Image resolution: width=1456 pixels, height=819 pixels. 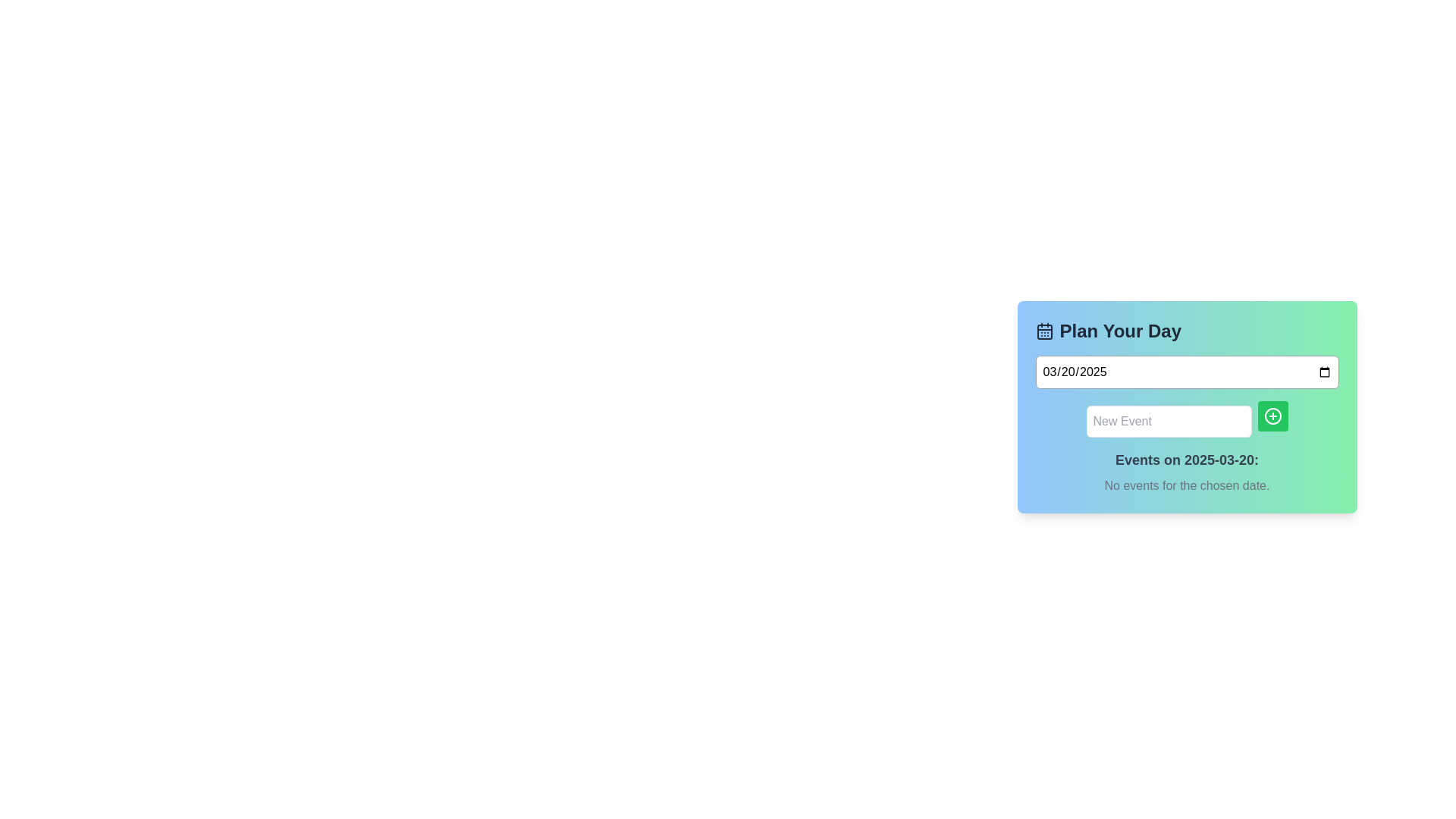 I want to click on the central rectangle of the calendar icon within the 'Plan Your Day' card, so click(x=1043, y=331).